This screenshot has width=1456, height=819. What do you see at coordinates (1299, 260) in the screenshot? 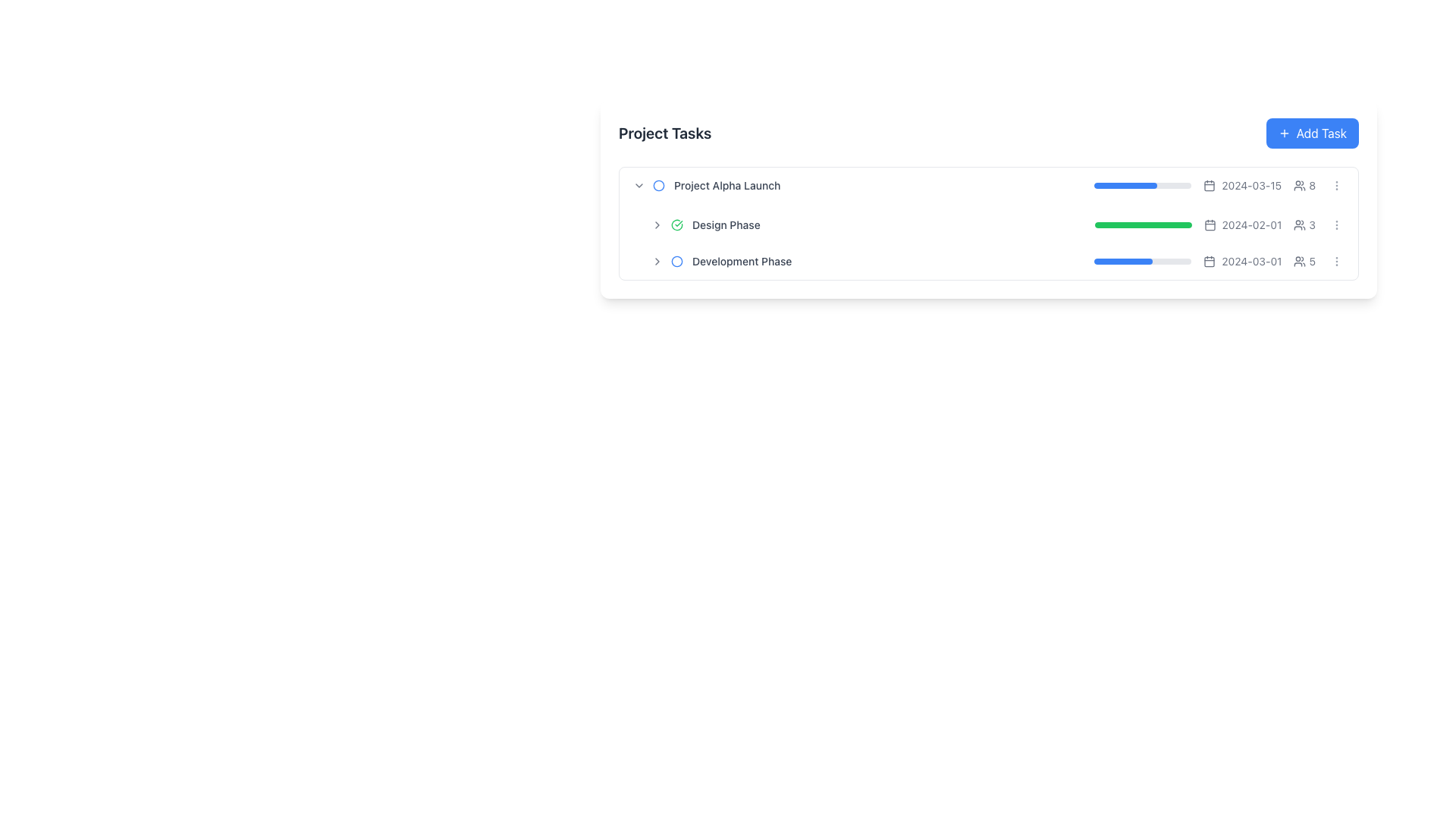
I see `the group icon represented by two stylized human figures, located to the right of the '2024-03-01' date text and to the left of the '5' user count in the third task row of the 'Project Tasks' table` at bounding box center [1299, 260].